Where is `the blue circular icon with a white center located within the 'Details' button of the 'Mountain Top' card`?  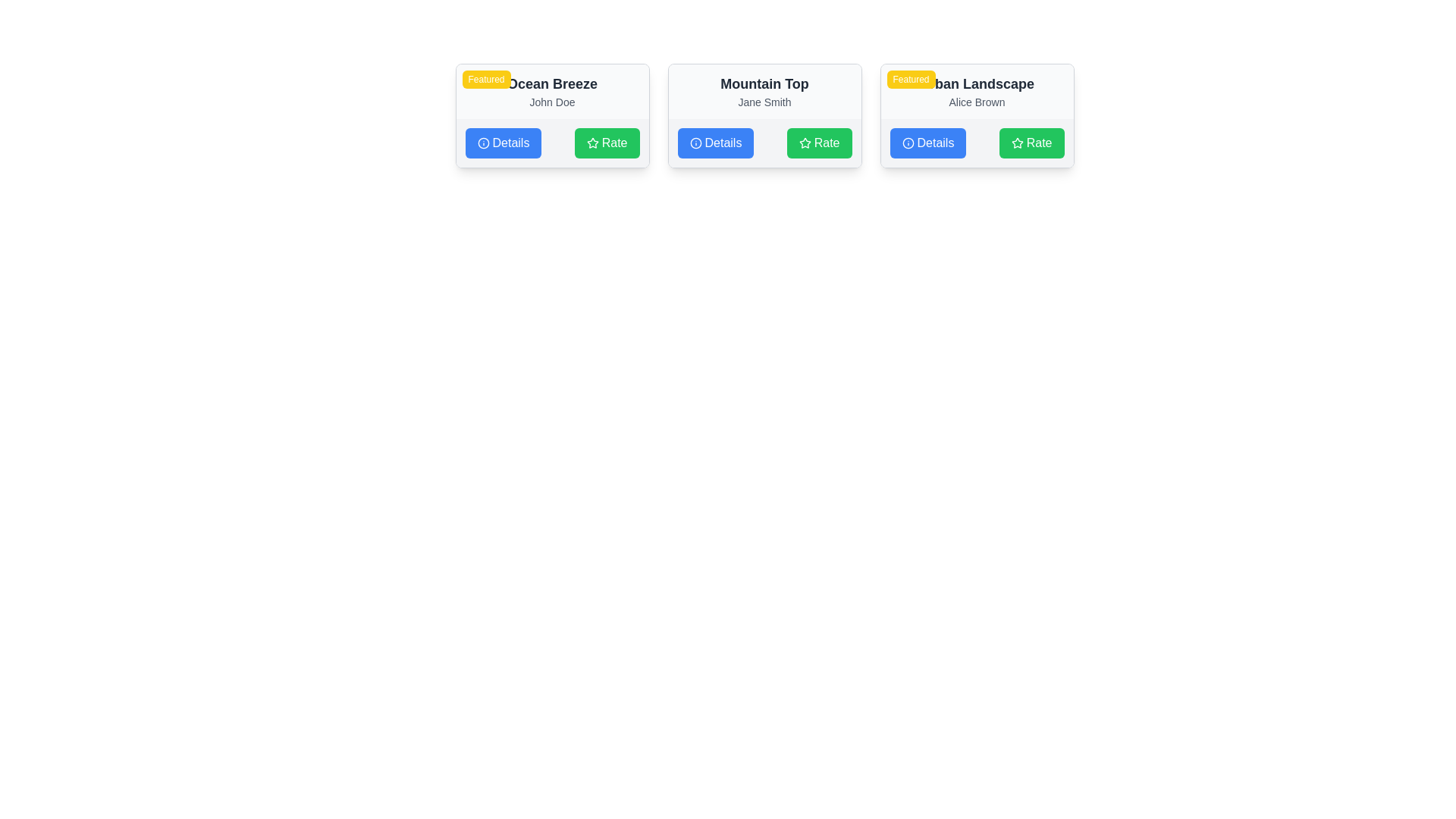
the blue circular icon with a white center located within the 'Details' button of the 'Mountain Top' card is located at coordinates (695, 143).